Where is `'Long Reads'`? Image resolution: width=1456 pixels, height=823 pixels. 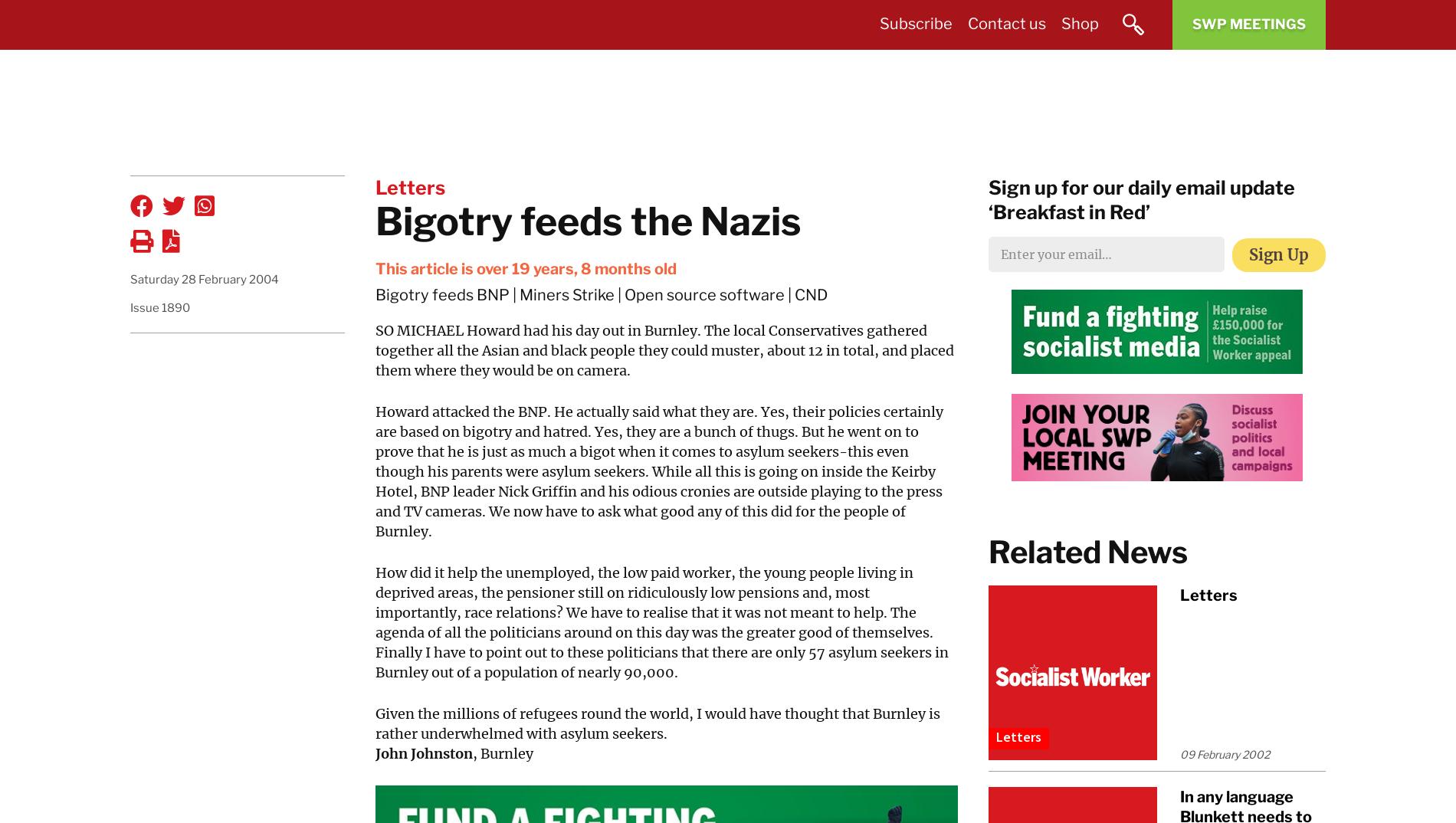 'Long Reads' is located at coordinates (826, 227).